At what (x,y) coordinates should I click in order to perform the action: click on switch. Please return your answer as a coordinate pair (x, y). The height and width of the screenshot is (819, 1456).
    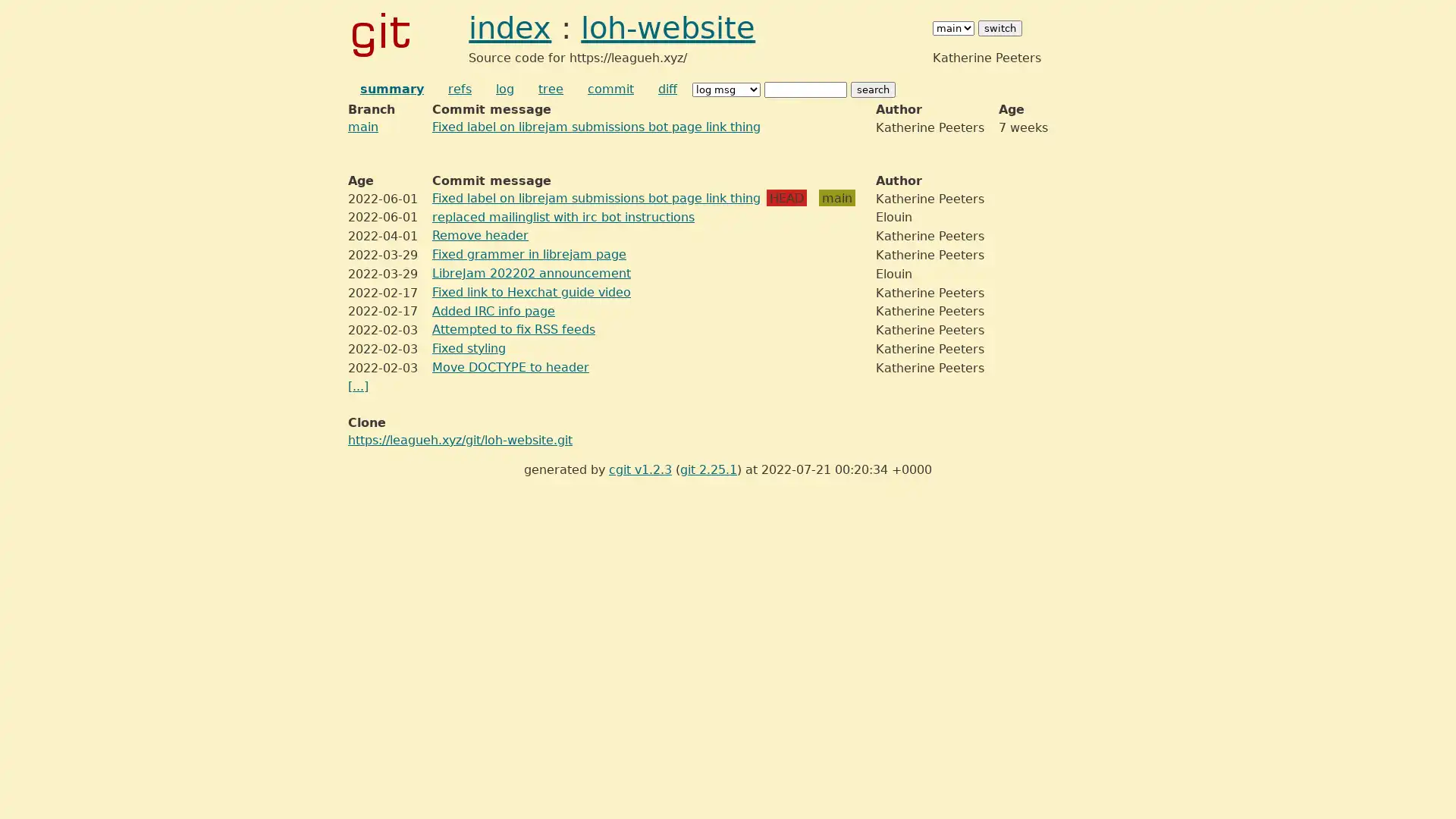
    Looking at the image, I should click on (1000, 27).